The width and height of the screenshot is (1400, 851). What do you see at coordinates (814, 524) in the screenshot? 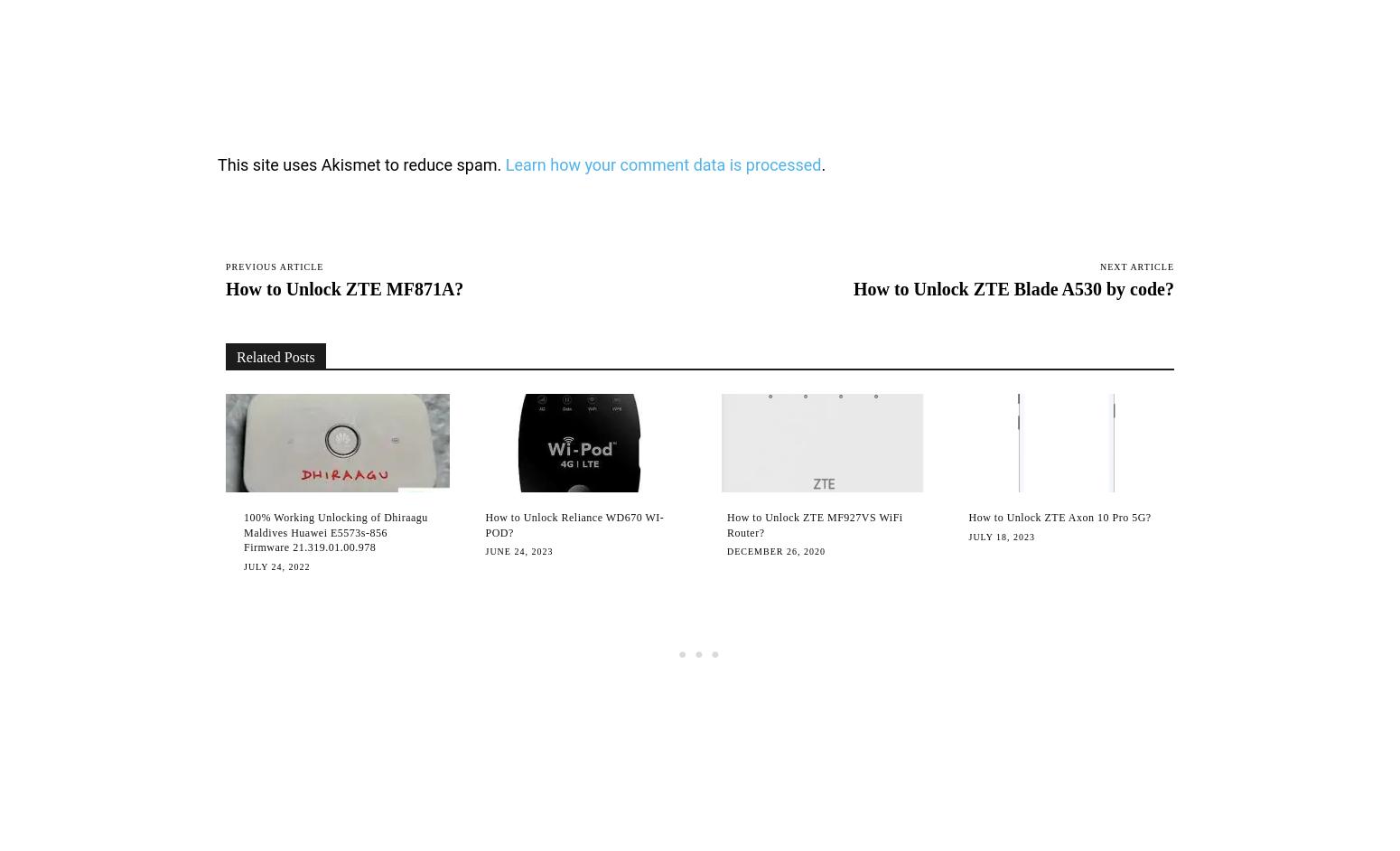
I see `'How to Unlock ZTE MF927VS WiFi Router?'` at bounding box center [814, 524].